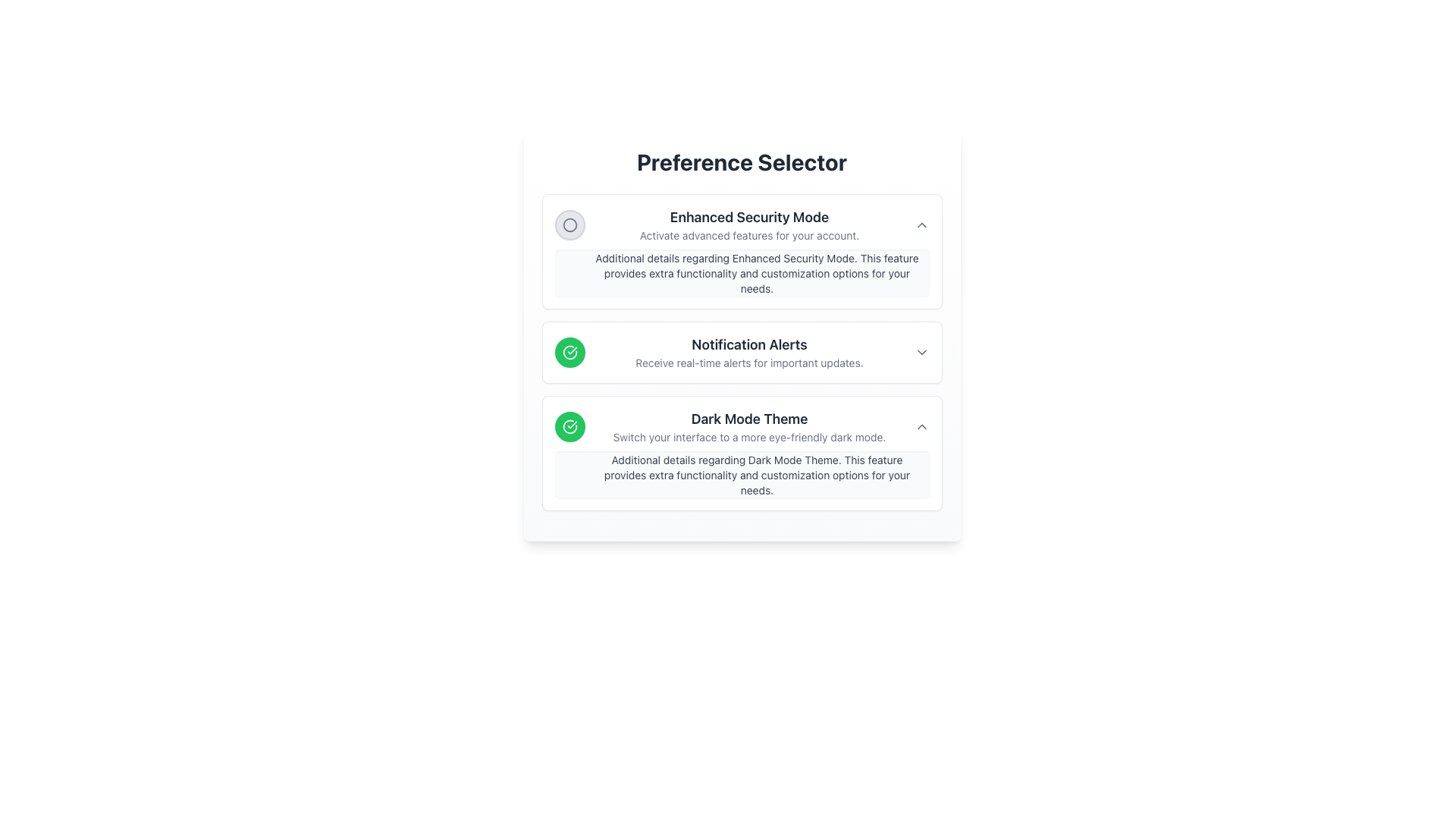  I want to click on the second selectable option panel titled 'Notification Alerts' with a green circular icon and description, so click(742, 353).